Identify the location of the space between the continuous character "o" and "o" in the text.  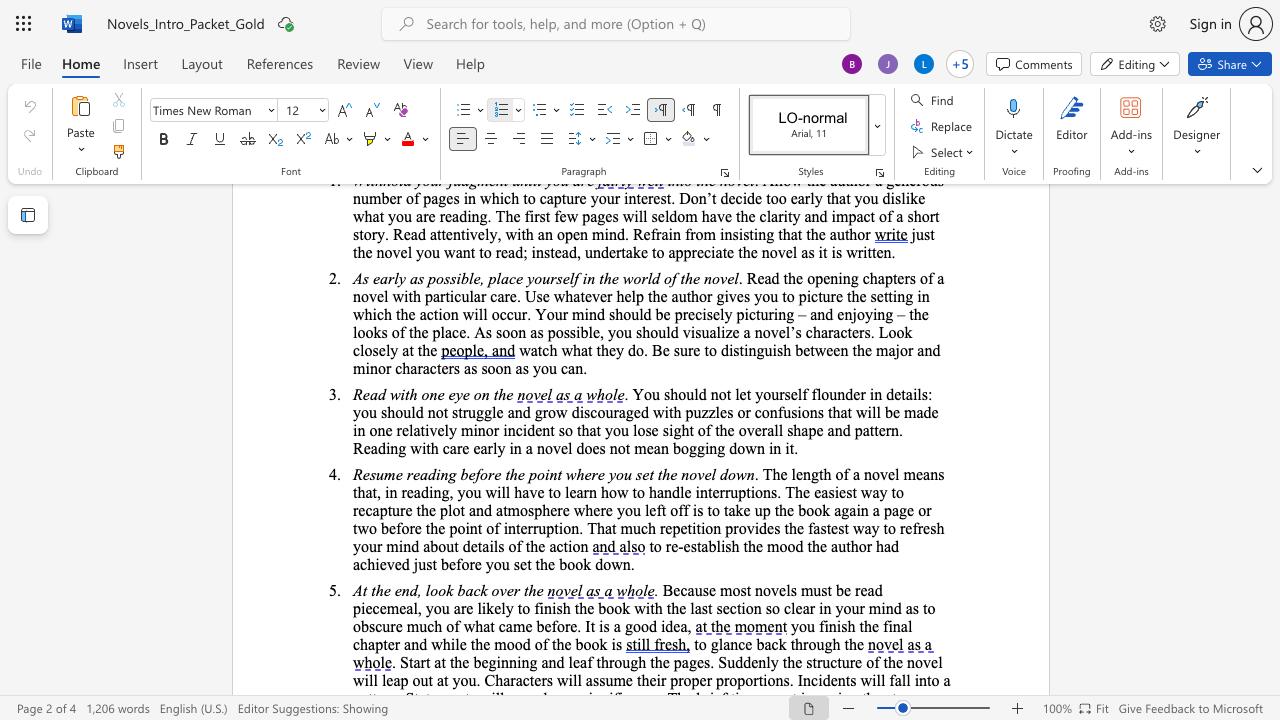
(640, 625).